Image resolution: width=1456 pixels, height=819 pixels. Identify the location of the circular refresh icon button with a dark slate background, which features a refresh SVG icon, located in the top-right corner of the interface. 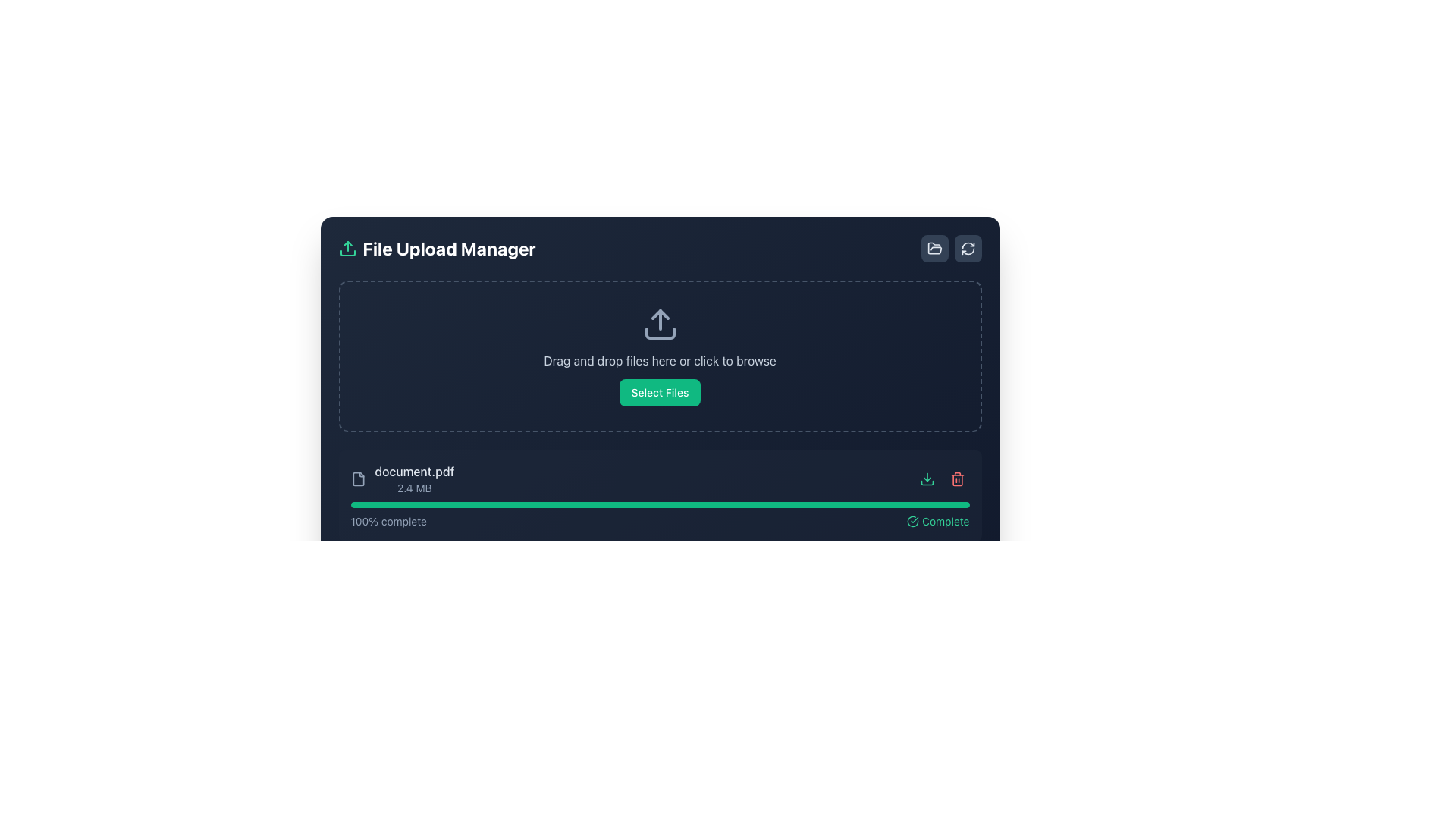
(967, 247).